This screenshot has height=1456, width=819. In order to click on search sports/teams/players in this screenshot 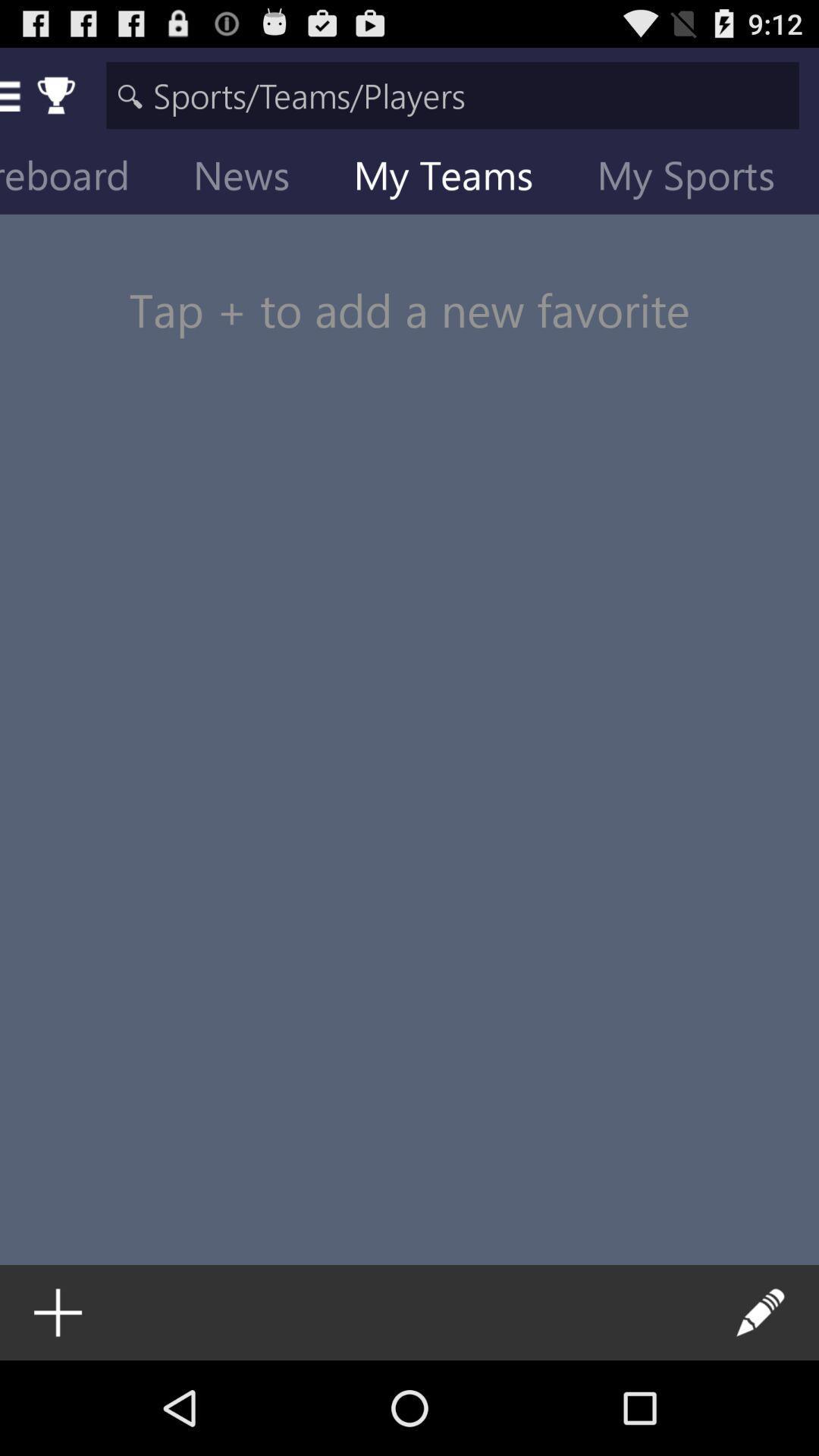, I will do `click(452, 94)`.